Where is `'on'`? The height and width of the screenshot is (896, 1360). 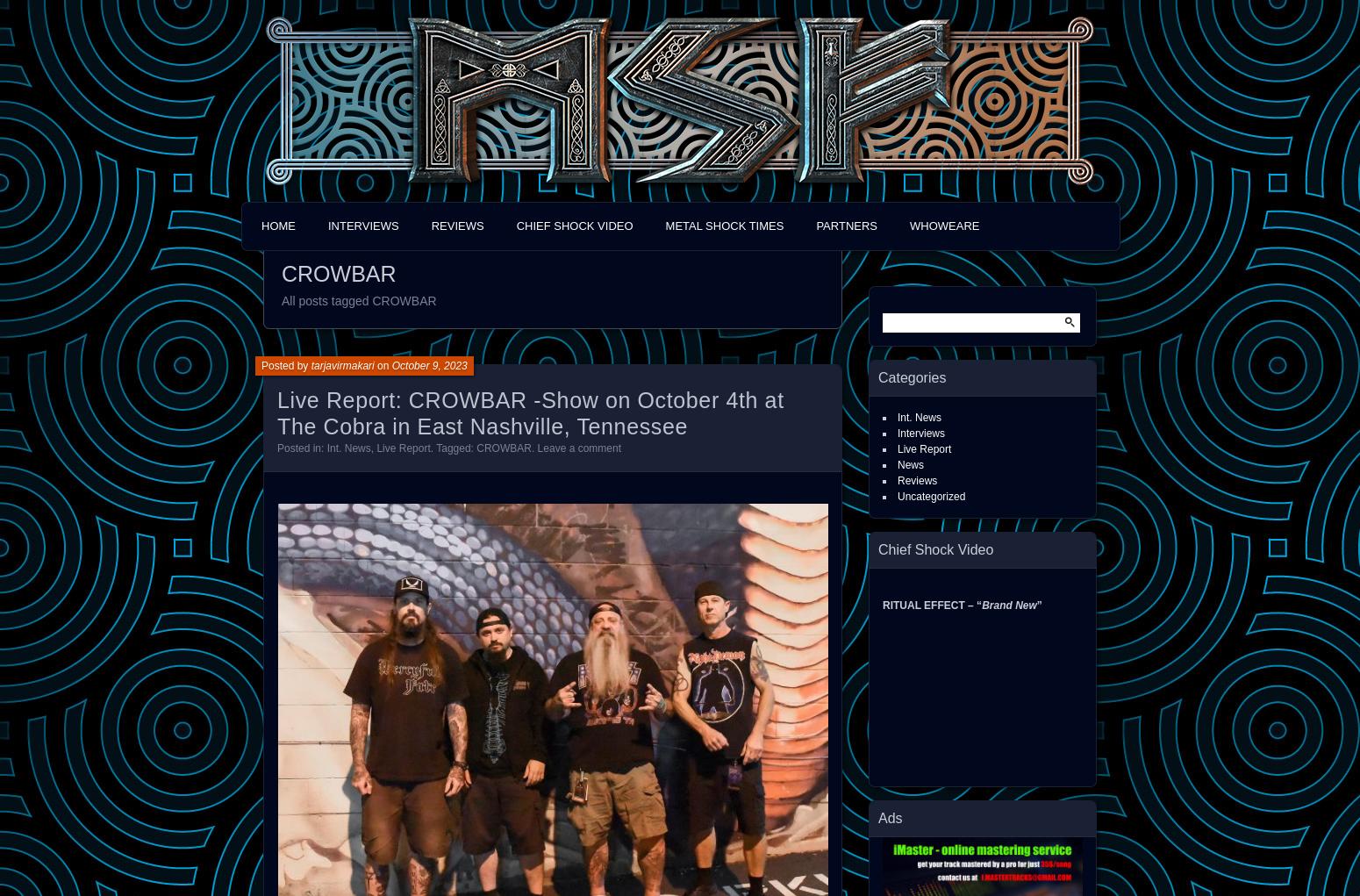
'on' is located at coordinates (383, 364).